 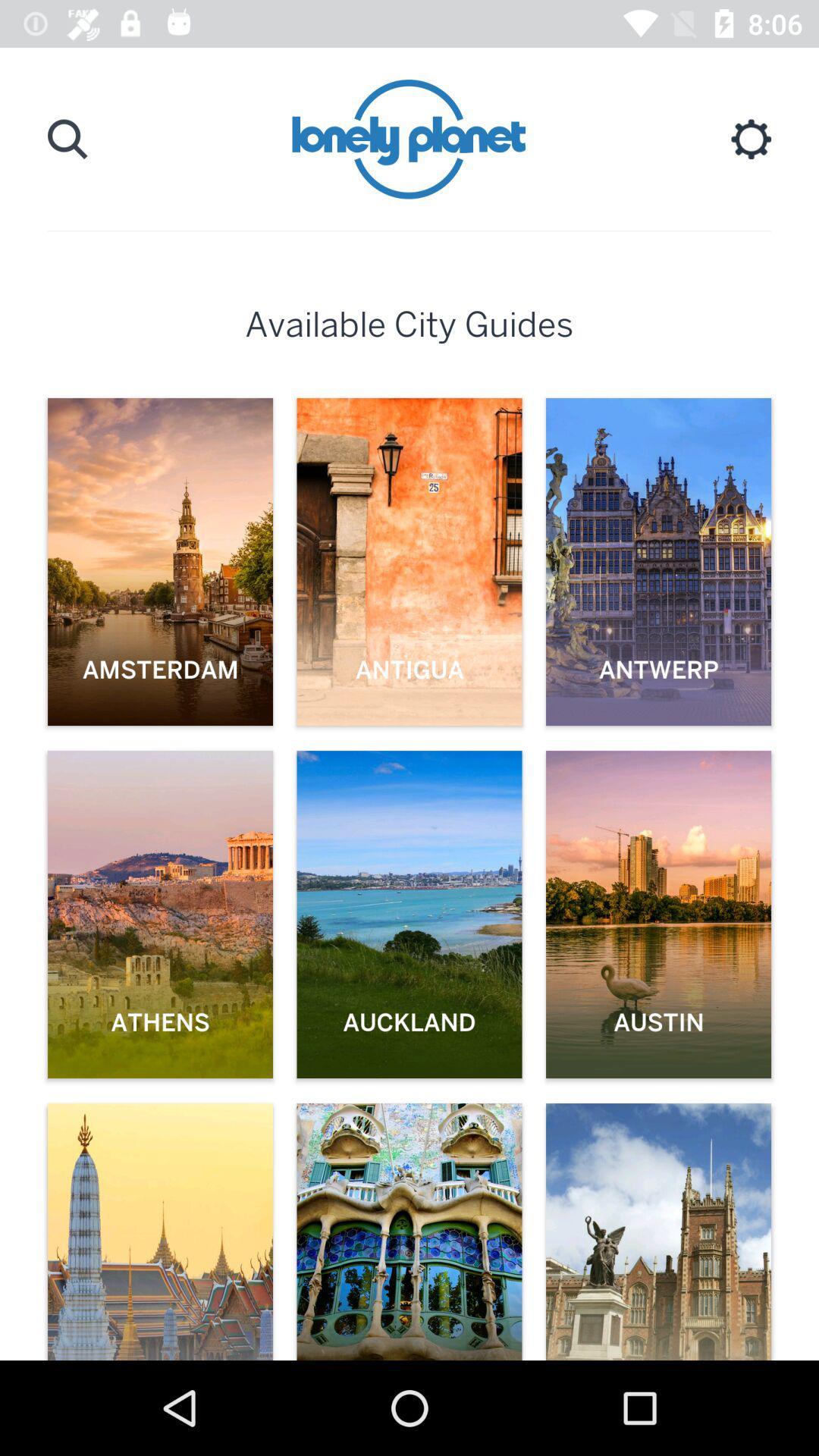 I want to click on the setting, so click(x=751, y=139).